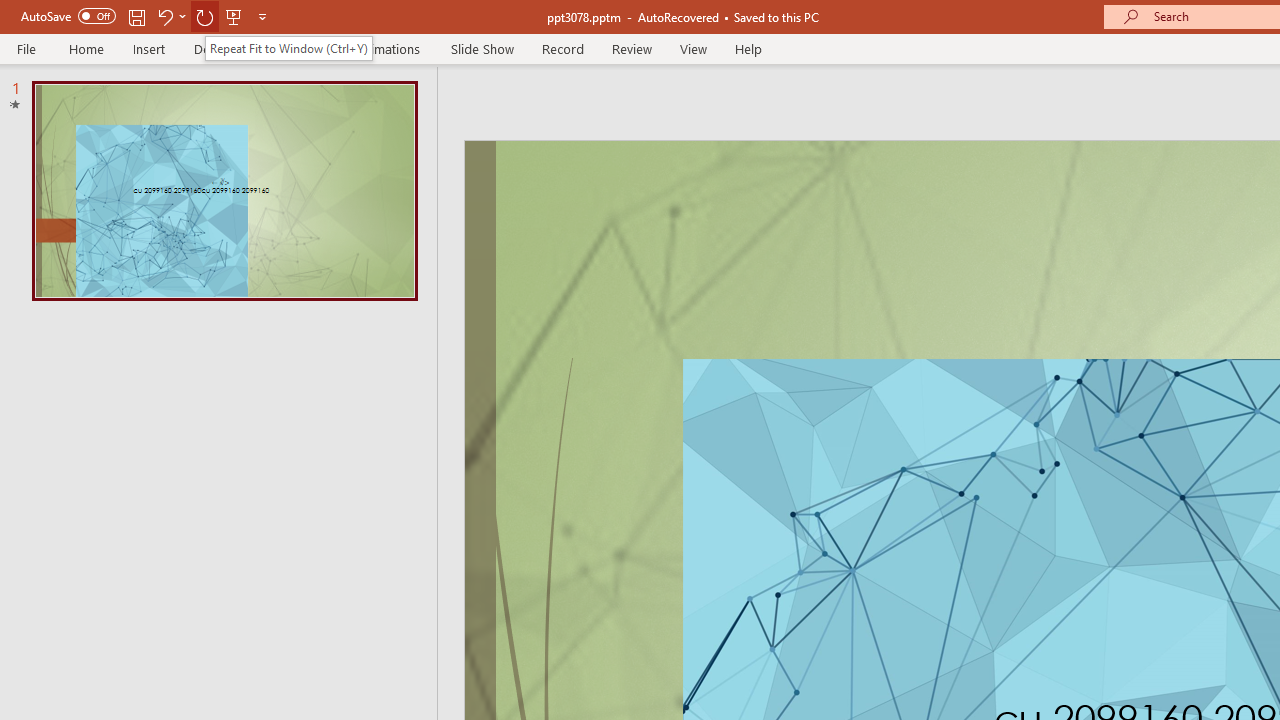  Describe the element at coordinates (287, 47) in the screenshot. I see `'Repeat Fit to Window (Ctrl+Y)'` at that location.